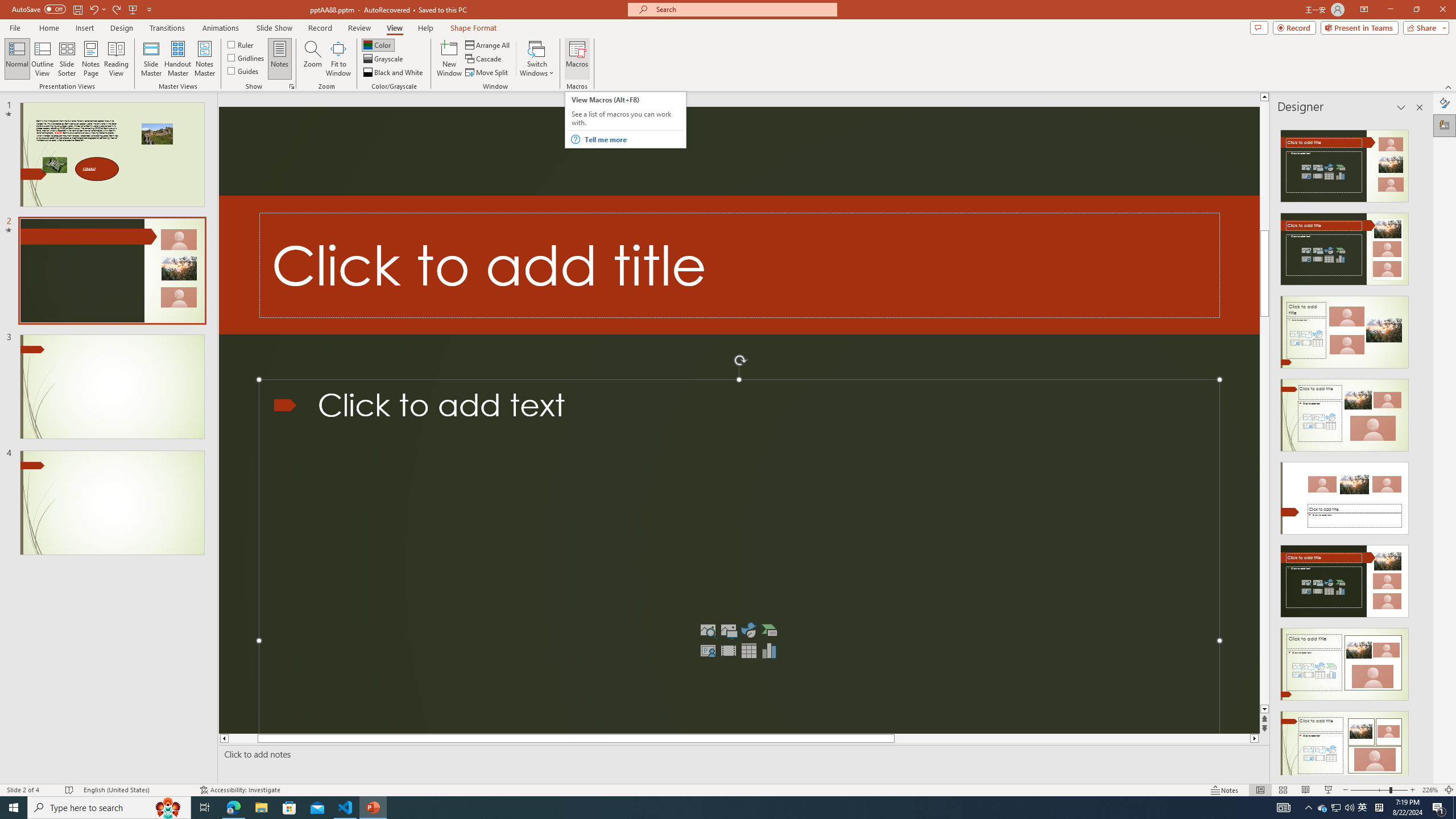 The image size is (1456, 819). What do you see at coordinates (1345, 162) in the screenshot?
I see `'Recommended Design: Design Idea'` at bounding box center [1345, 162].